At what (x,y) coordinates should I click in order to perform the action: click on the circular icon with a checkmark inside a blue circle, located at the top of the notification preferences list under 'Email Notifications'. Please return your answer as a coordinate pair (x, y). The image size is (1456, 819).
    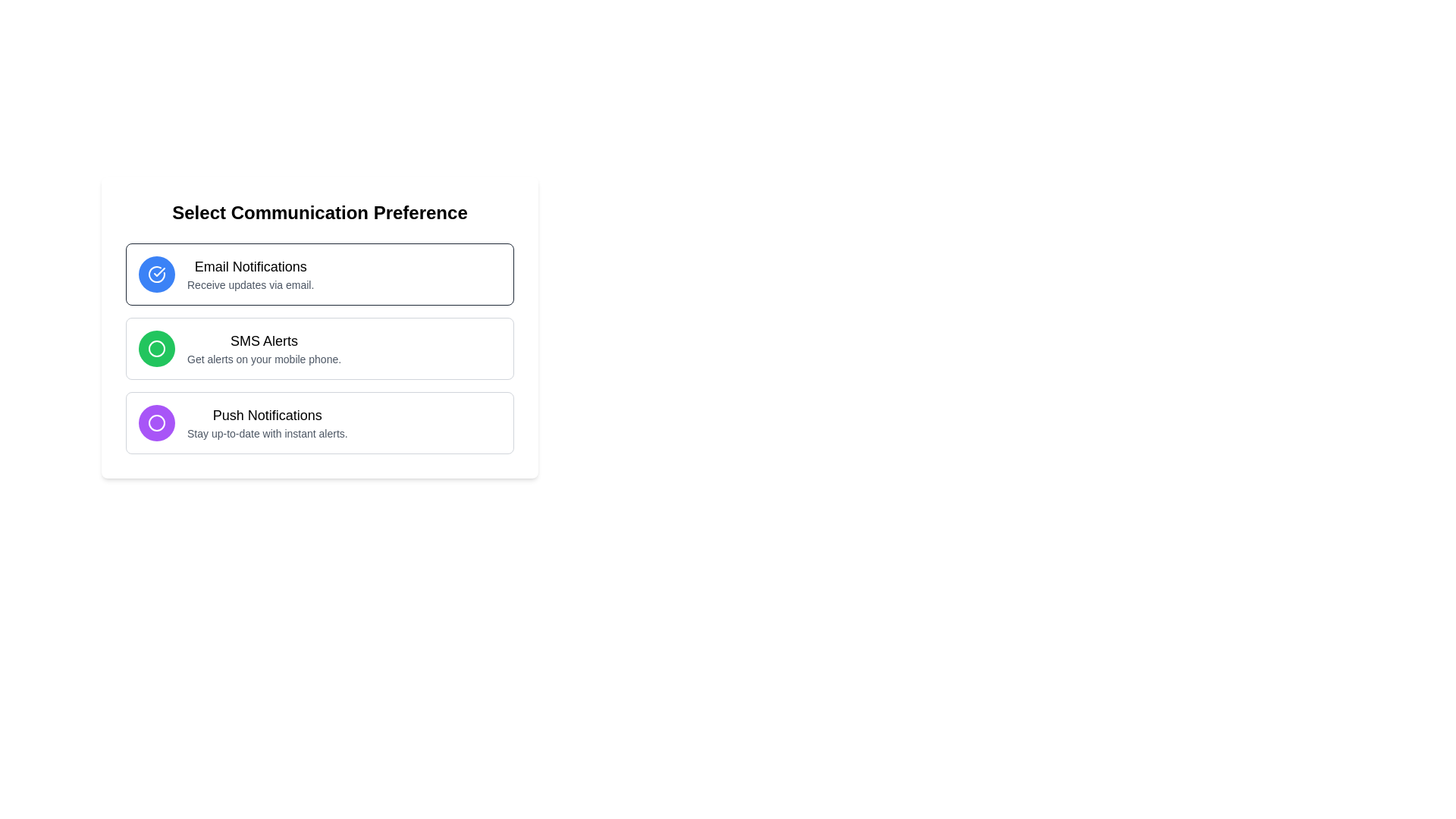
    Looking at the image, I should click on (156, 275).